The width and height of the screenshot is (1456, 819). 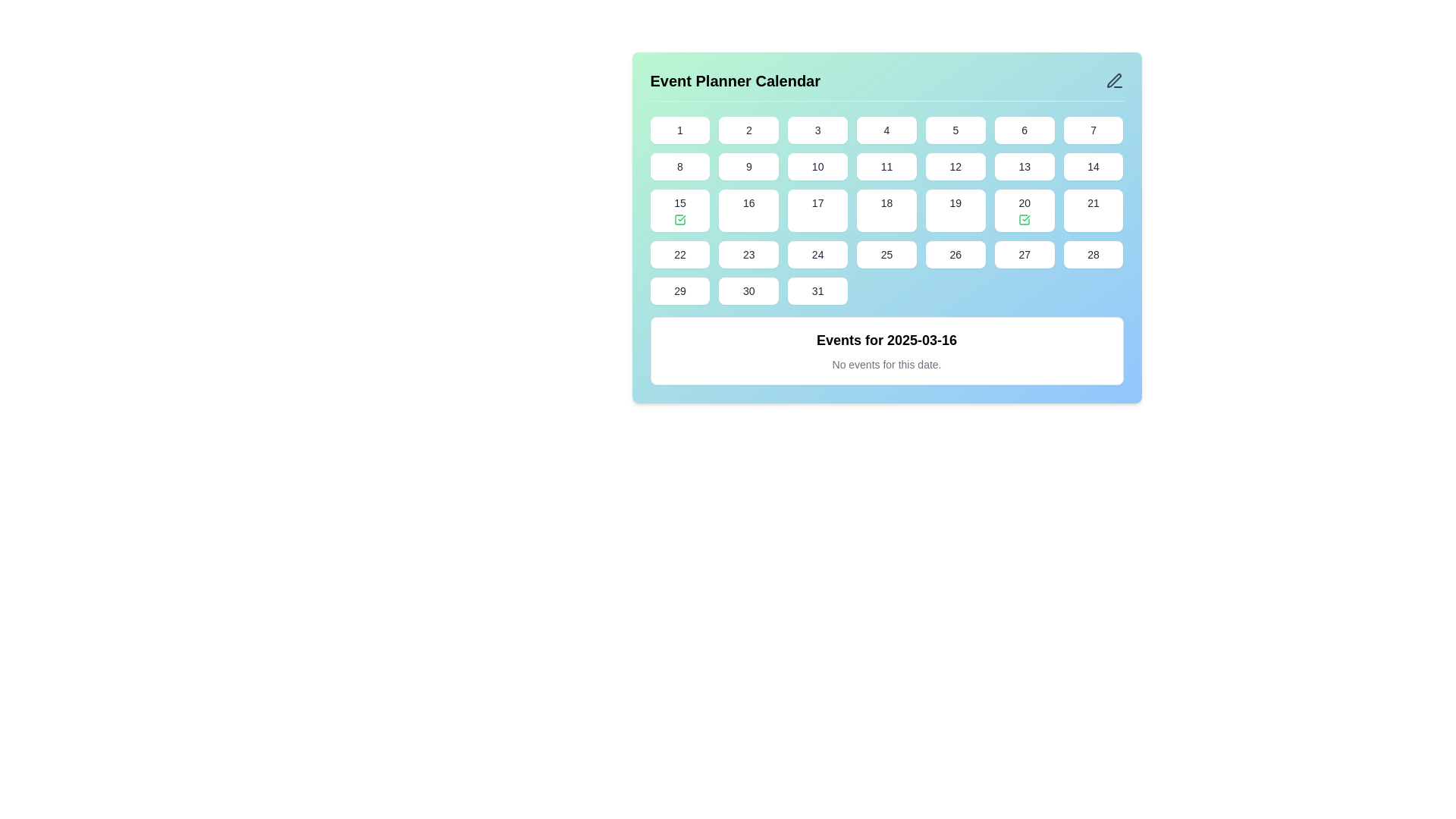 What do you see at coordinates (1025, 253) in the screenshot?
I see `the button-like calendar date element displaying the number '27'` at bounding box center [1025, 253].